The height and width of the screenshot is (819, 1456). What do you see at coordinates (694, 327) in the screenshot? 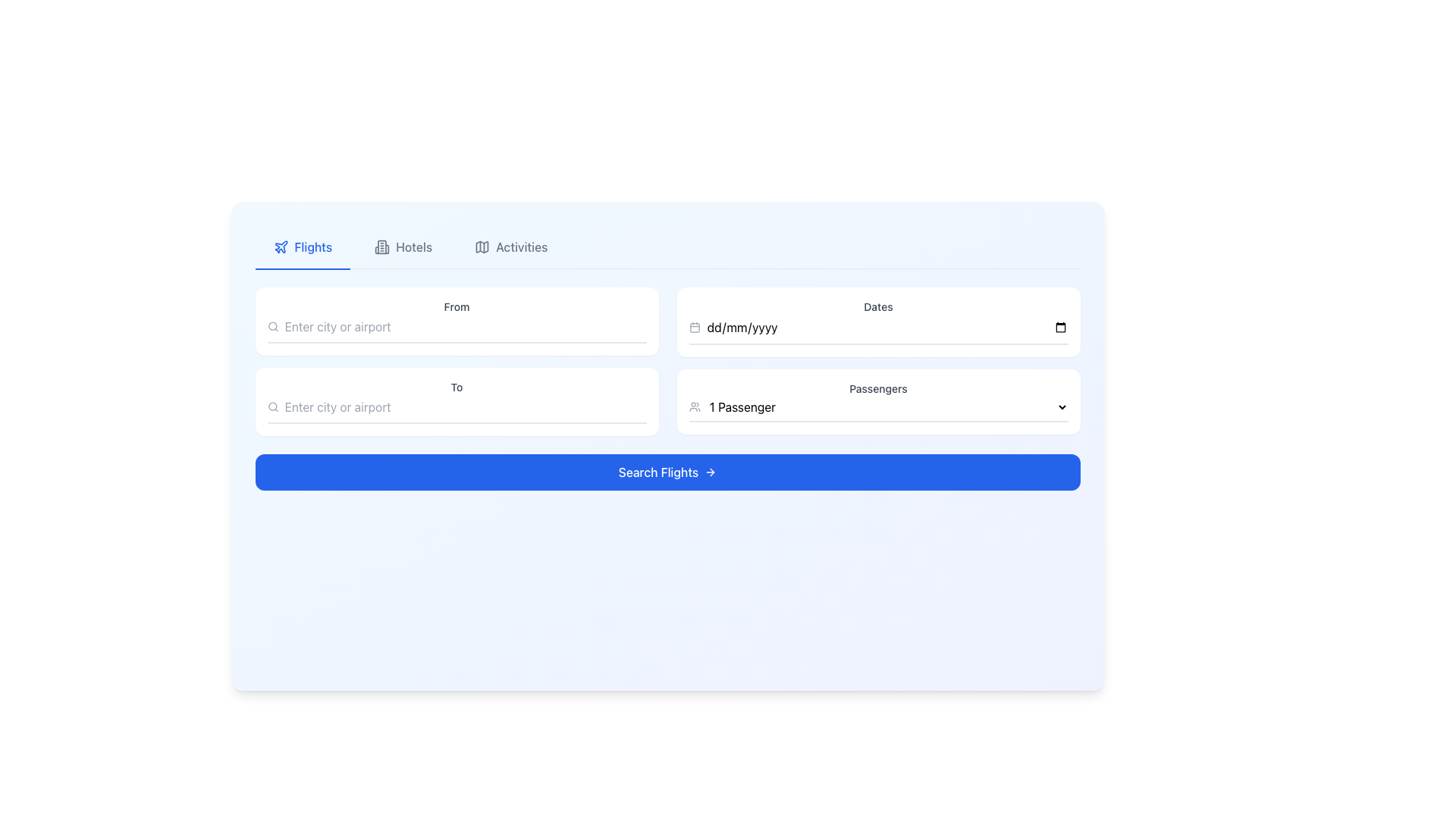
I see `the calendar icon located adjacent to the 'dd/mm/yyyy' text placeholder in the 'Dates' input field at the top-right section of the form interface` at bounding box center [694, 327].